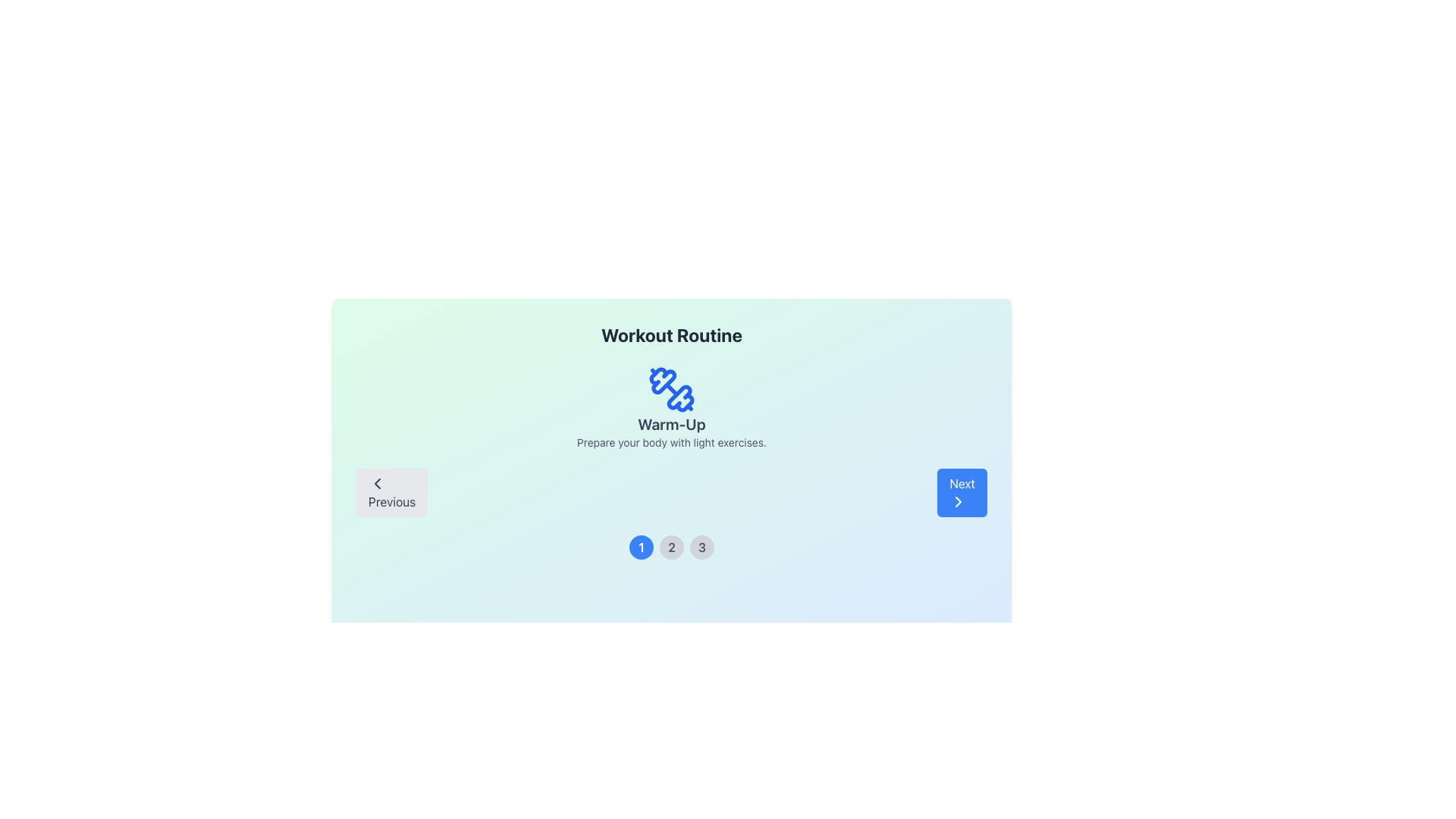 The width and height of the screenshot is (1456, 819). Describe the element at coordinates (671, 547) in the screenshot. I see `the pagination button labeled '2'` at that location.